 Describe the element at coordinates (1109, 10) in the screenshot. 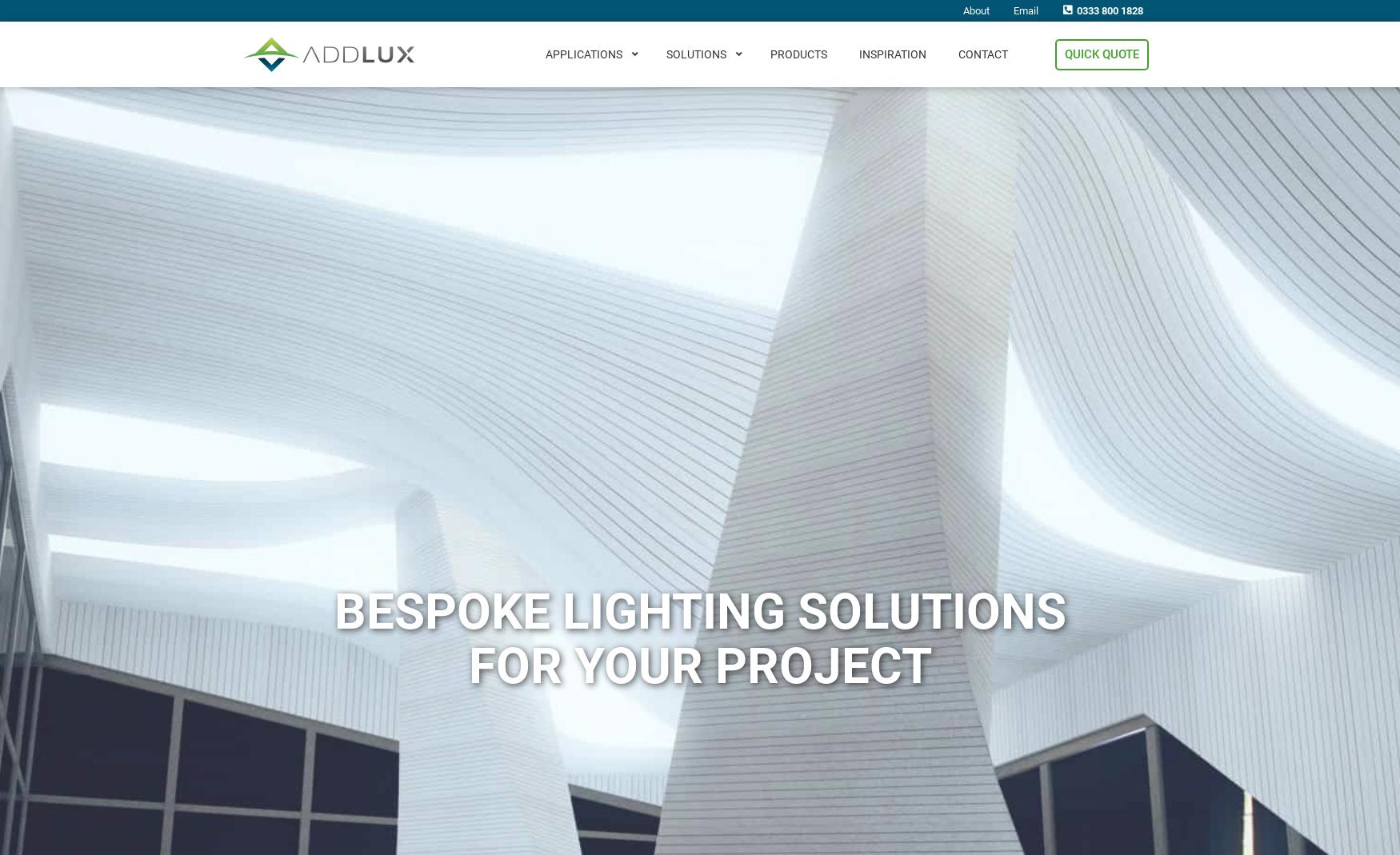

I see `'0333 800 1828'` at that location.